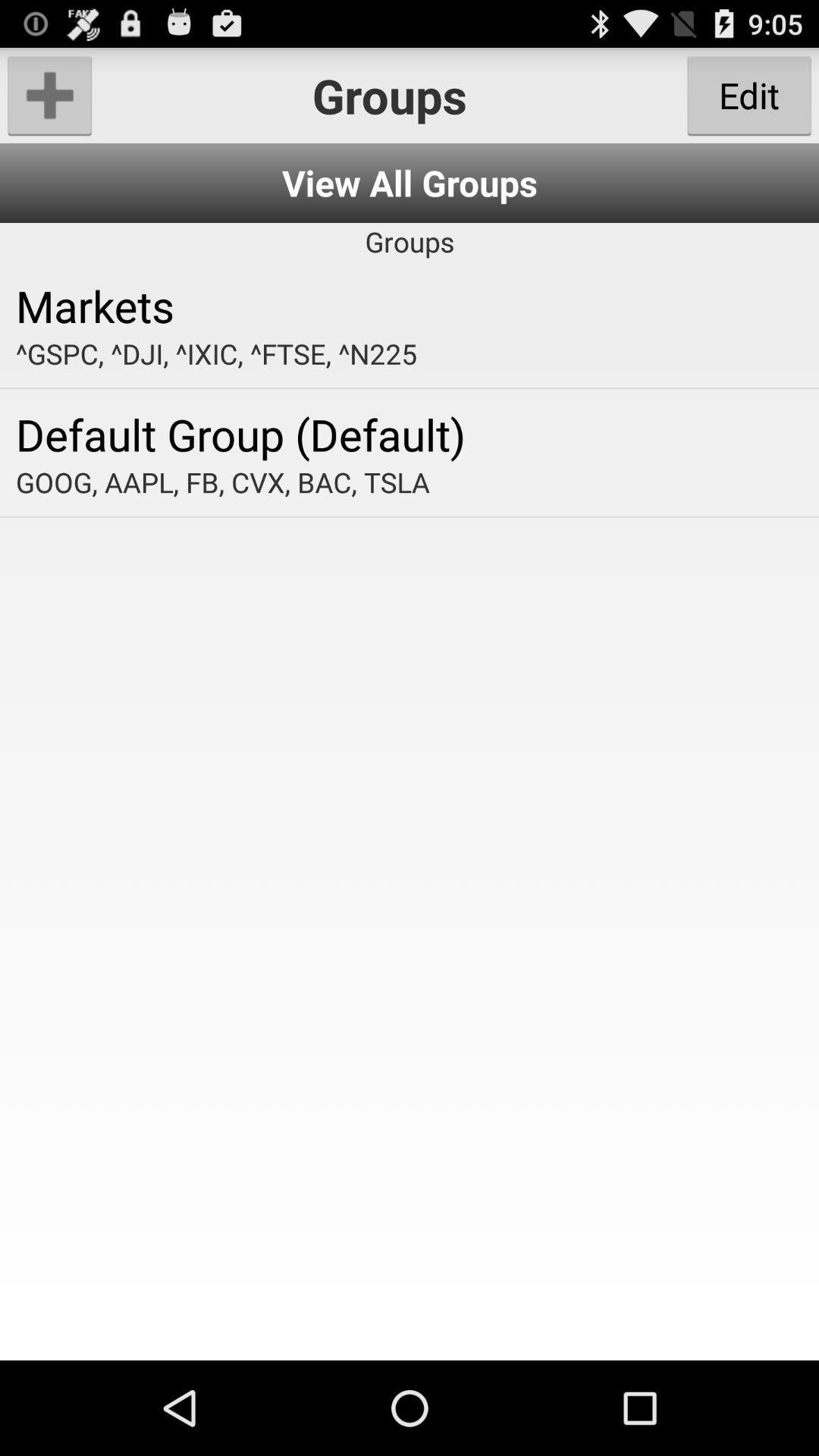 This screenshot has height=1456, width=819. I want to click on the view all groups item, so click(409, 182).